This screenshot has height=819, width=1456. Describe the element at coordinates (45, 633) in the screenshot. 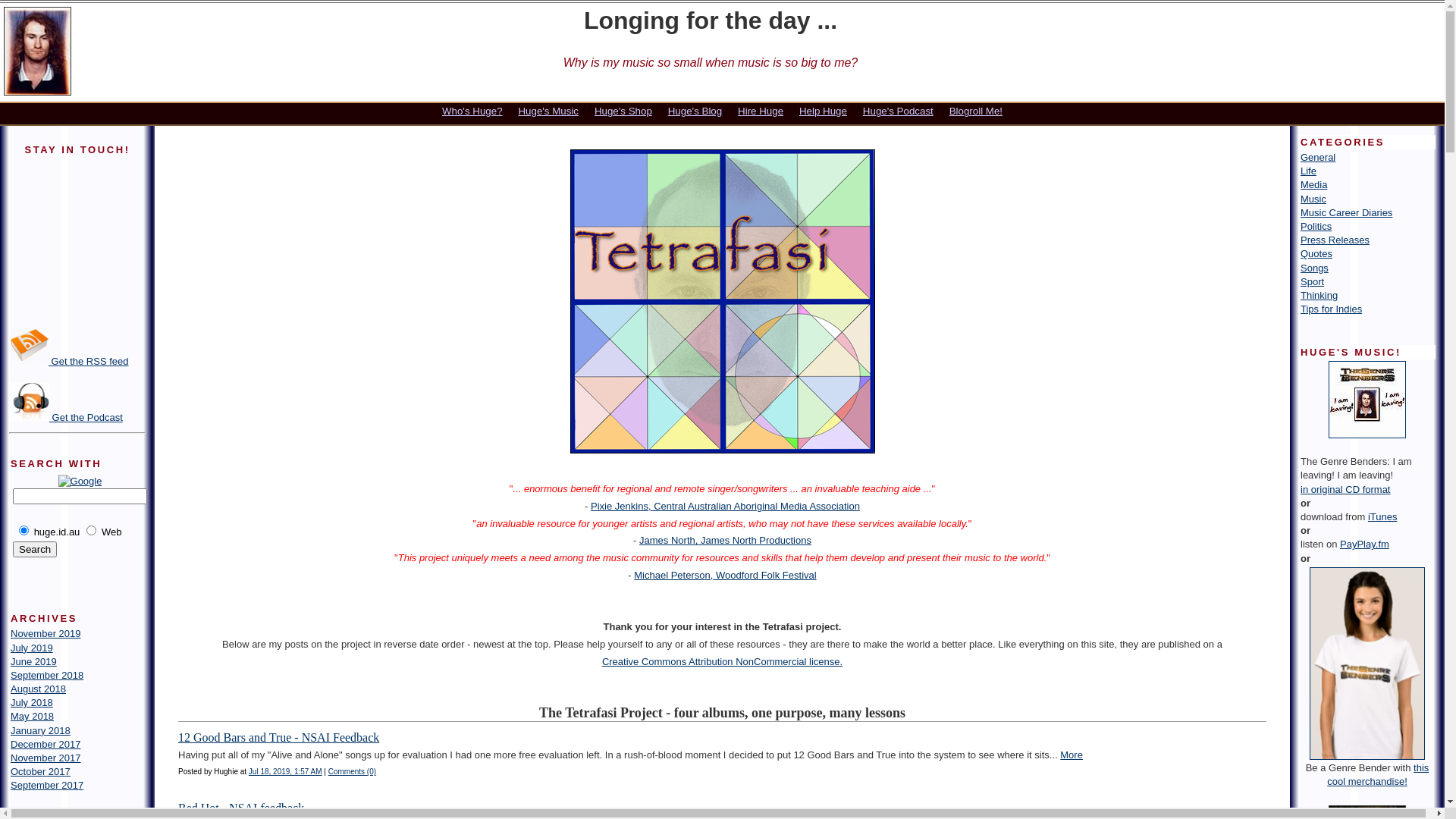

I see `'November 2019'` at that location.